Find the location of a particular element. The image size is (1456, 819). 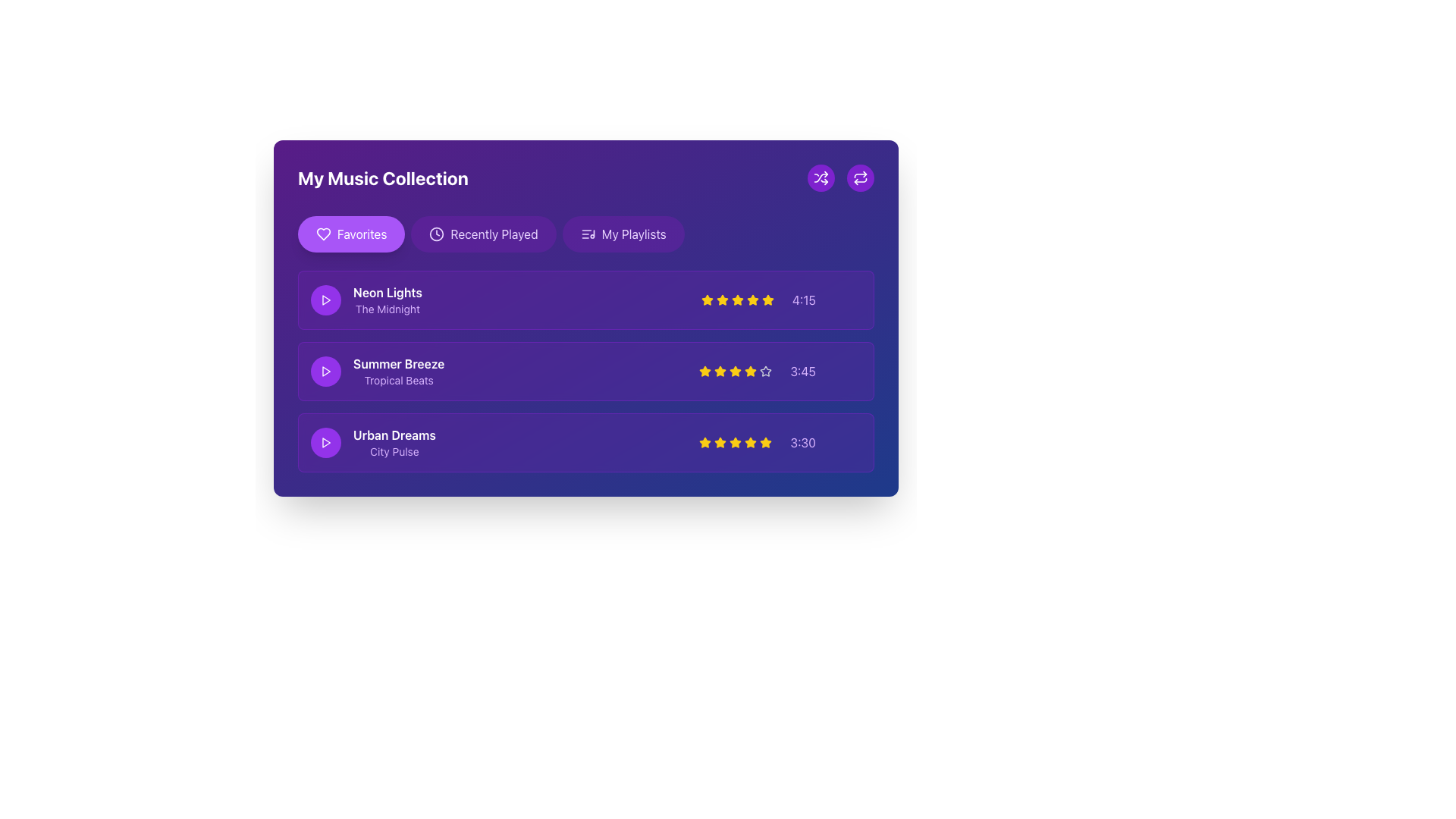

the circular purple button containing the triangular play icon located in the second row of the music collection list titled 'Summer Breeze' to trigger a visual effect is located at coordinates (325, 371).